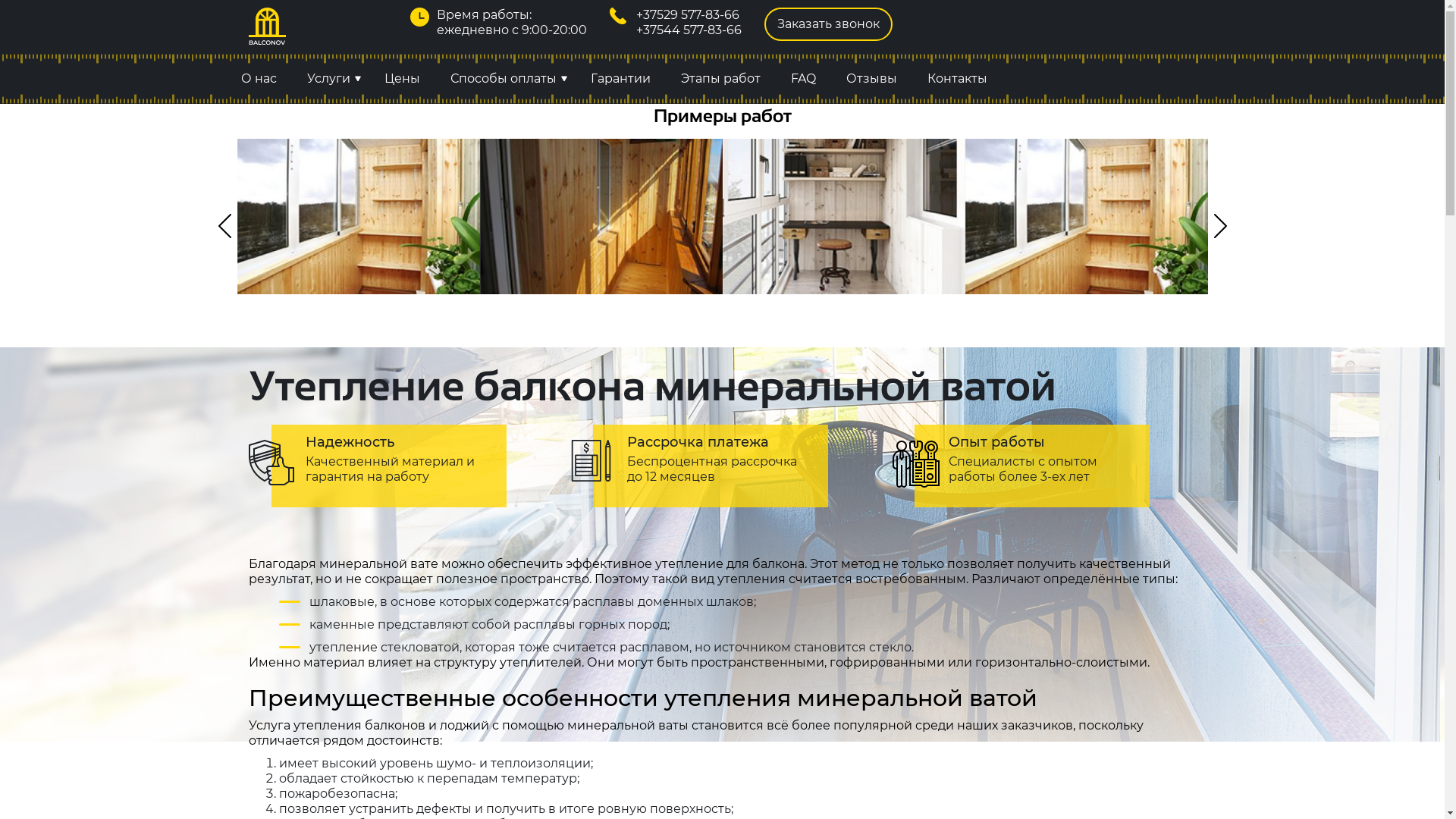  I want to click on '+37529 577-83-66', so click(636, 14).